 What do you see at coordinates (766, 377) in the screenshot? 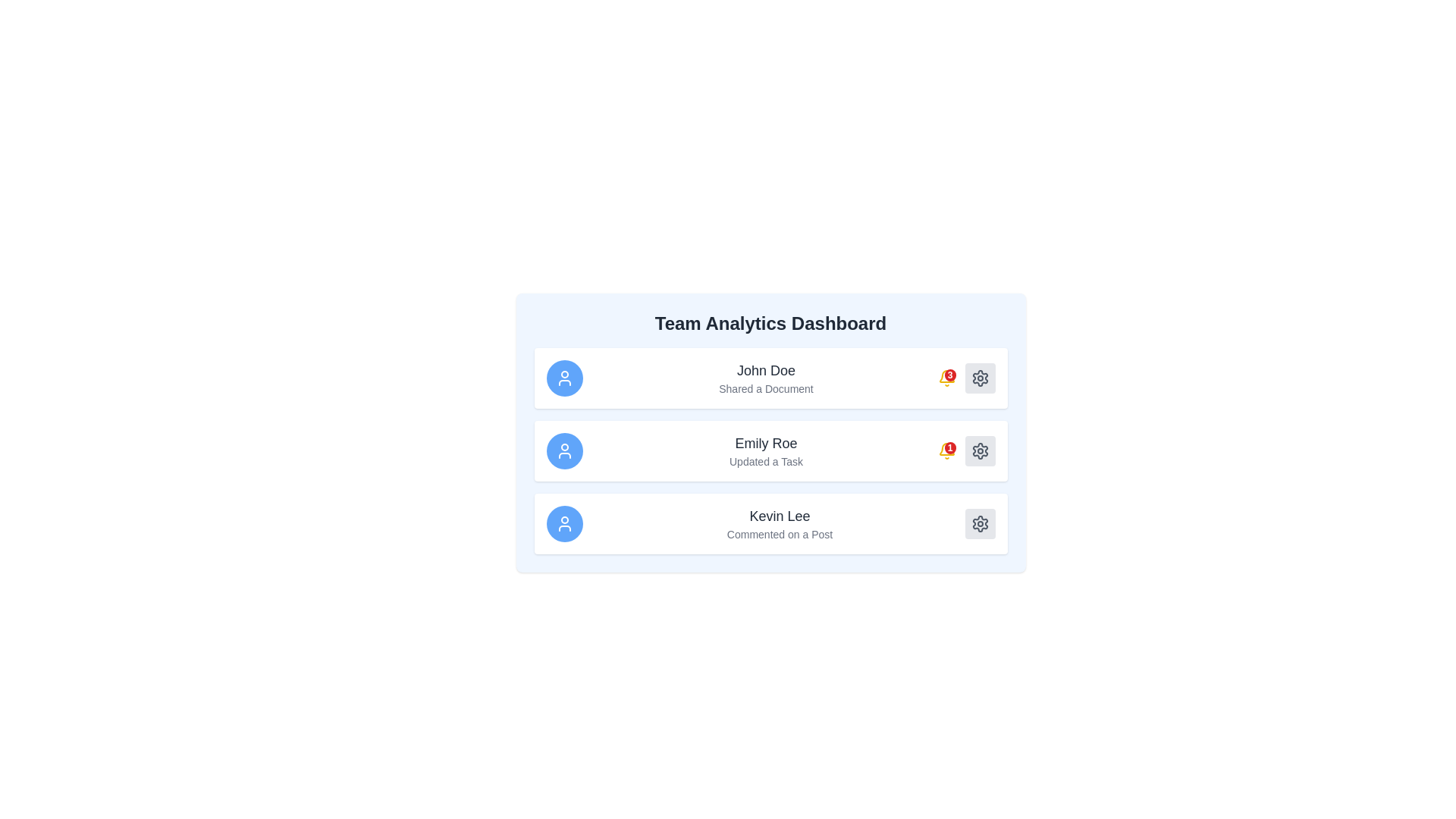
I see `textual content block displaying the name 'John Doe' and the description 'Shared a Document', located between a circular blue icon and a notification indicator` at bounding box center [766, 377].